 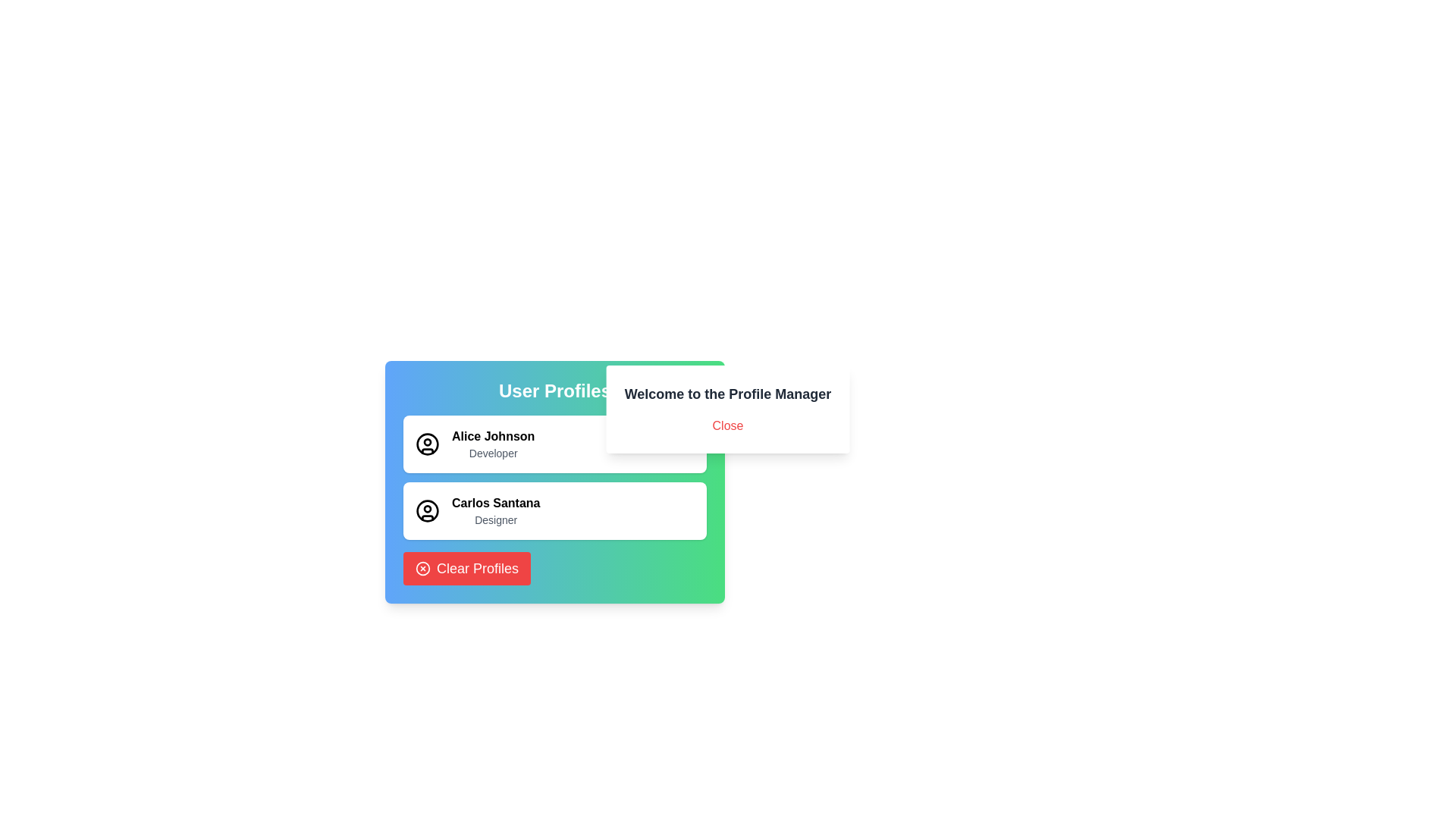 I want to click on descriptive text label located below the name 'Carlos Santana' in the second profile card, so click(x=496, y=519).